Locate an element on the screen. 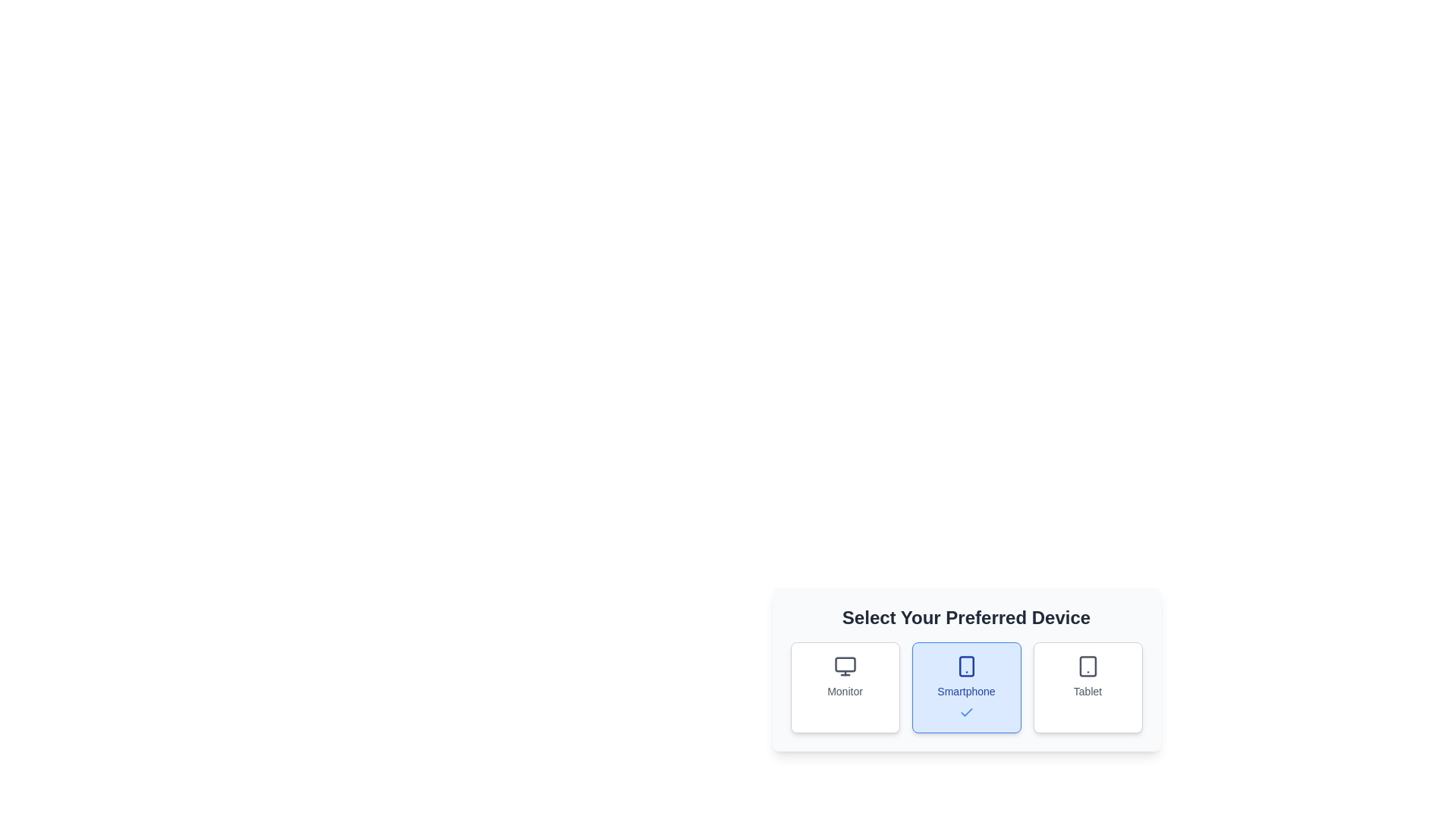 This screenshot has width=1456, height=819. the selectable option box representing 'Tablet' is located at coordinates (1087, 687).